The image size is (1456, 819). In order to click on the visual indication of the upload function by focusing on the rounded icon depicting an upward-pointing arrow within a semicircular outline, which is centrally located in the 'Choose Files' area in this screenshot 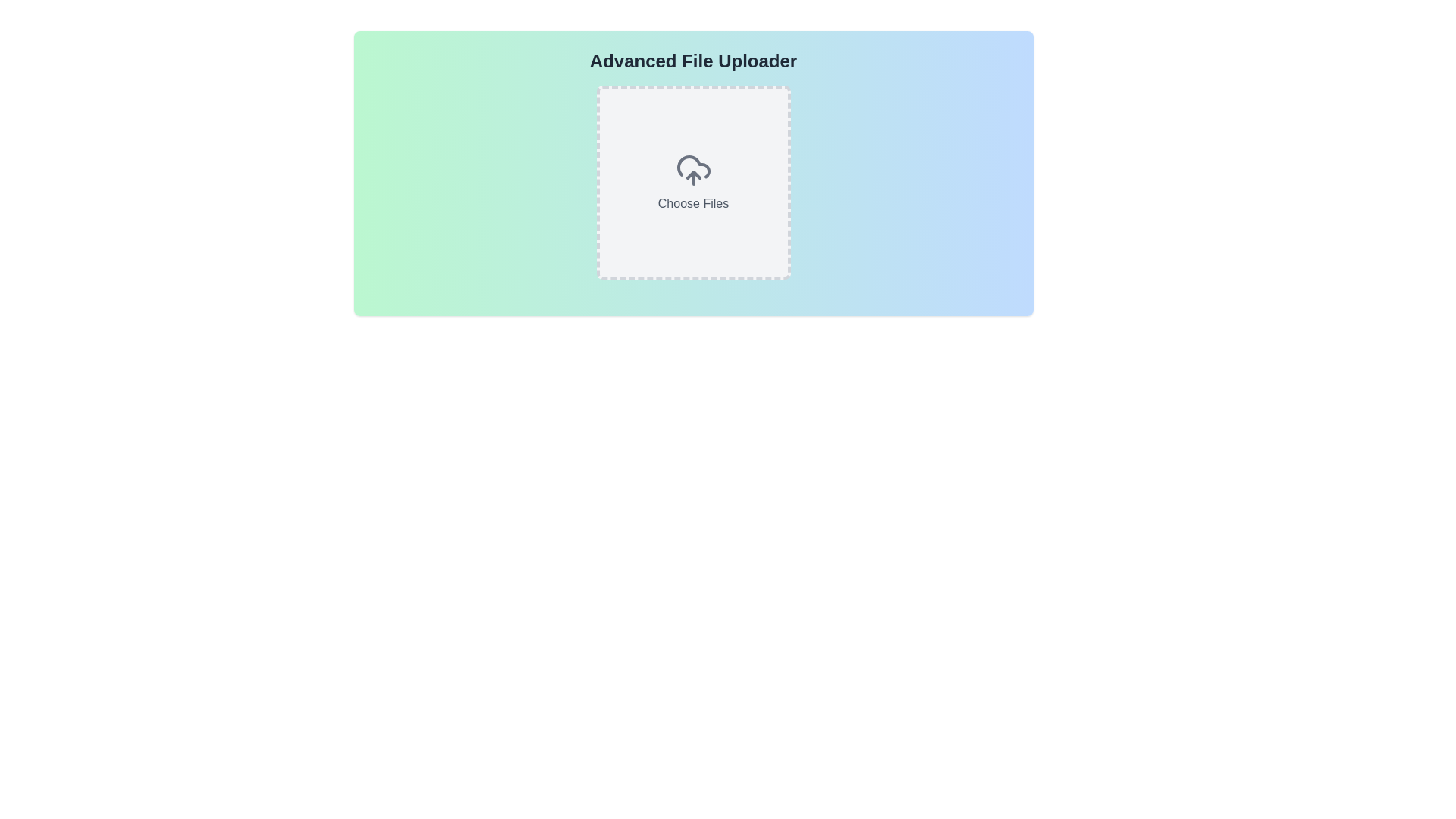, I will do `click(692, 170)`.